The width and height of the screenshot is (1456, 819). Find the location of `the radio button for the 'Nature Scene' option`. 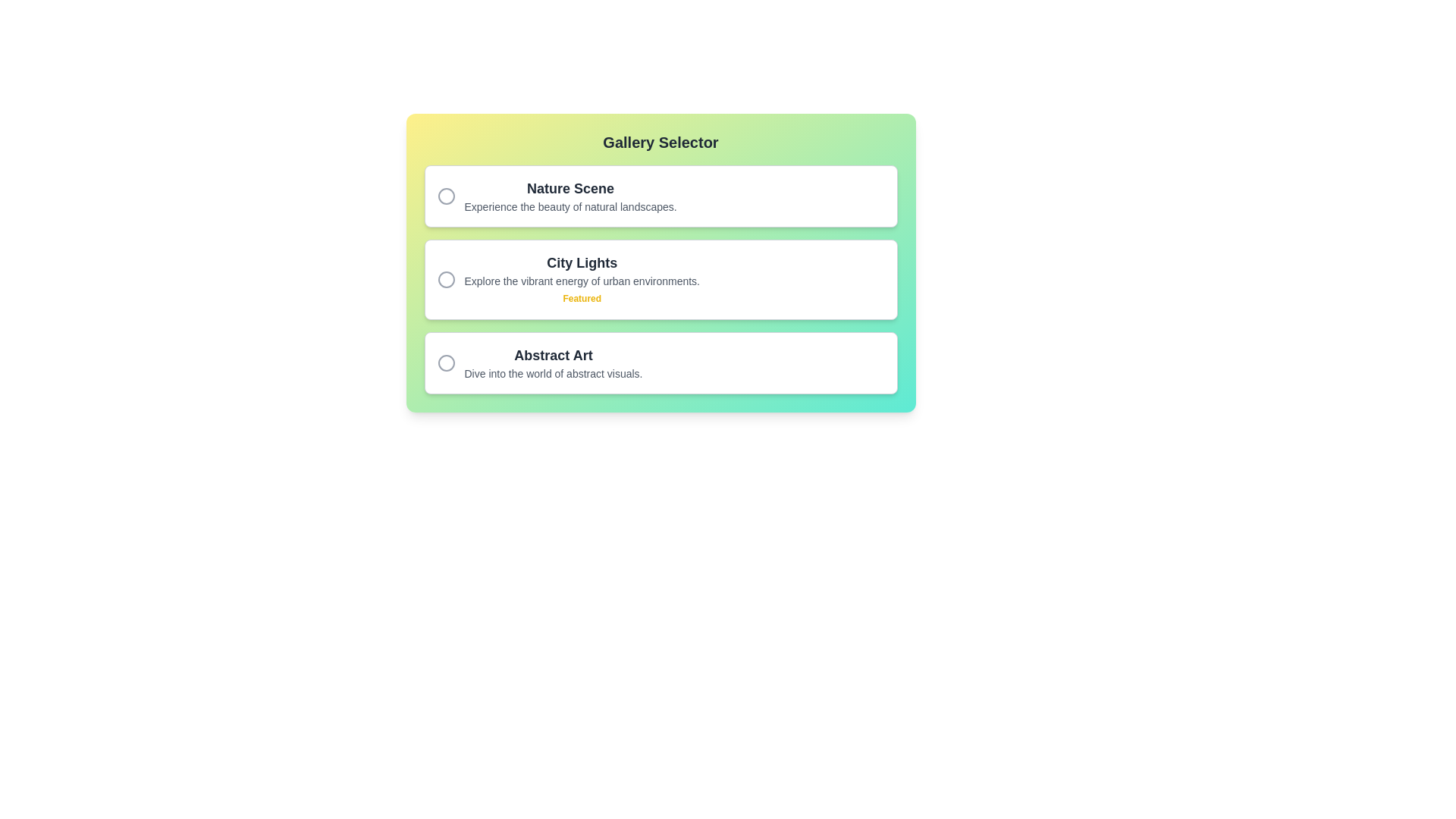

the radio button for the 'Nature Scene' option is located at coordinates (445, 195).